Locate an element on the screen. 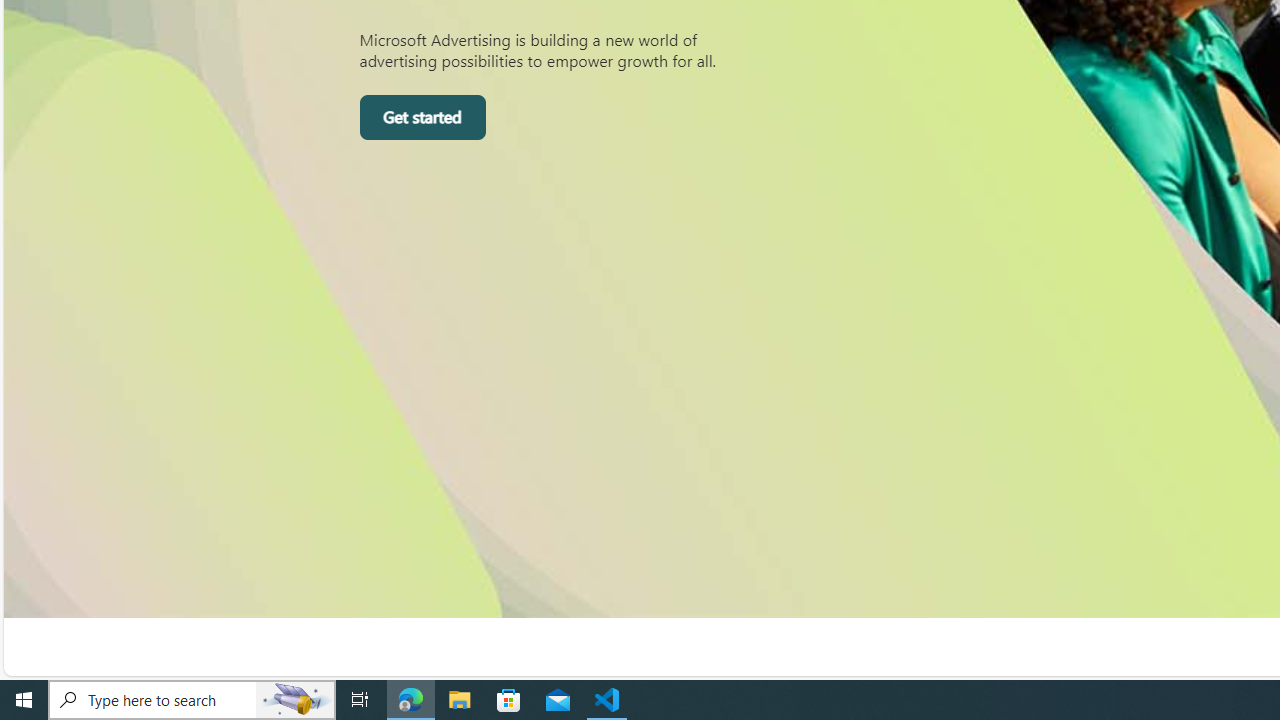 This screenshot has width=1280, height=720. 'Get started' is located at coordinates (421, 118).